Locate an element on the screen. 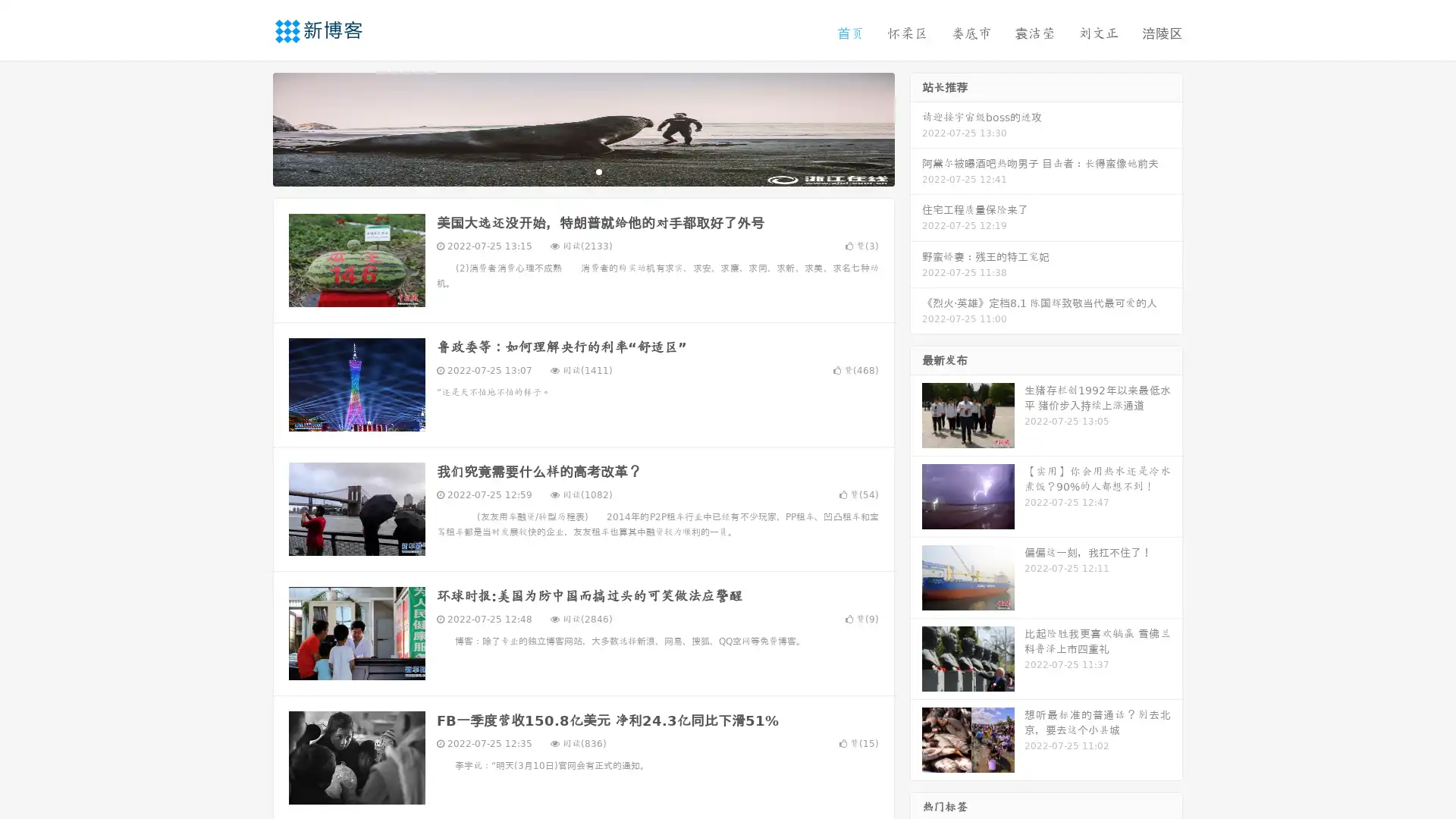 This screenshot has height=819, width=1456. Go to slide 3 is located at coordinates (598, 171).